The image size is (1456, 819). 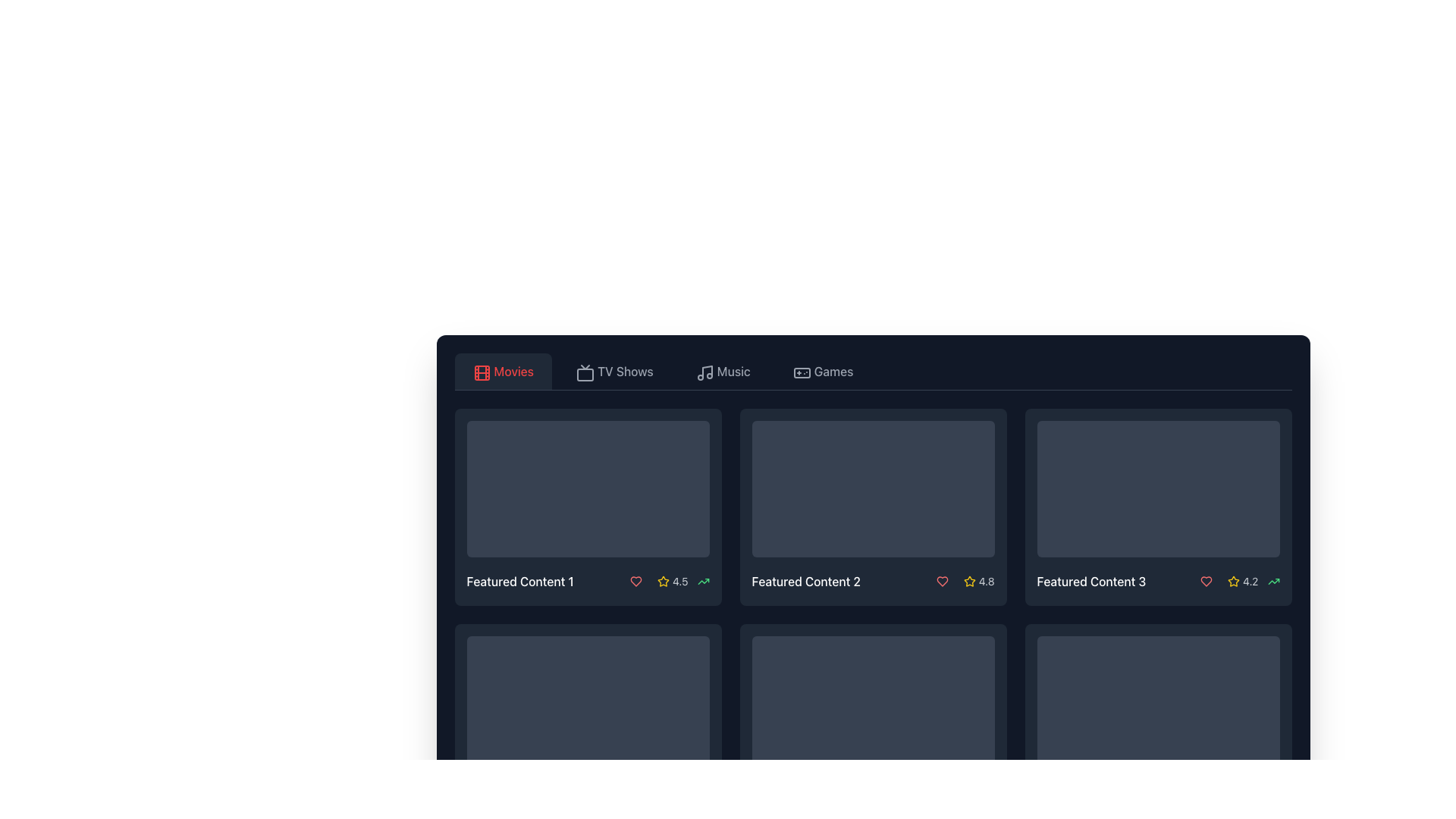 I want to click on the SVG rectangle with rounded corners located in the top-left corner of the 'Movies' section button in the top bar of the interface, so click(x=481, y=373).